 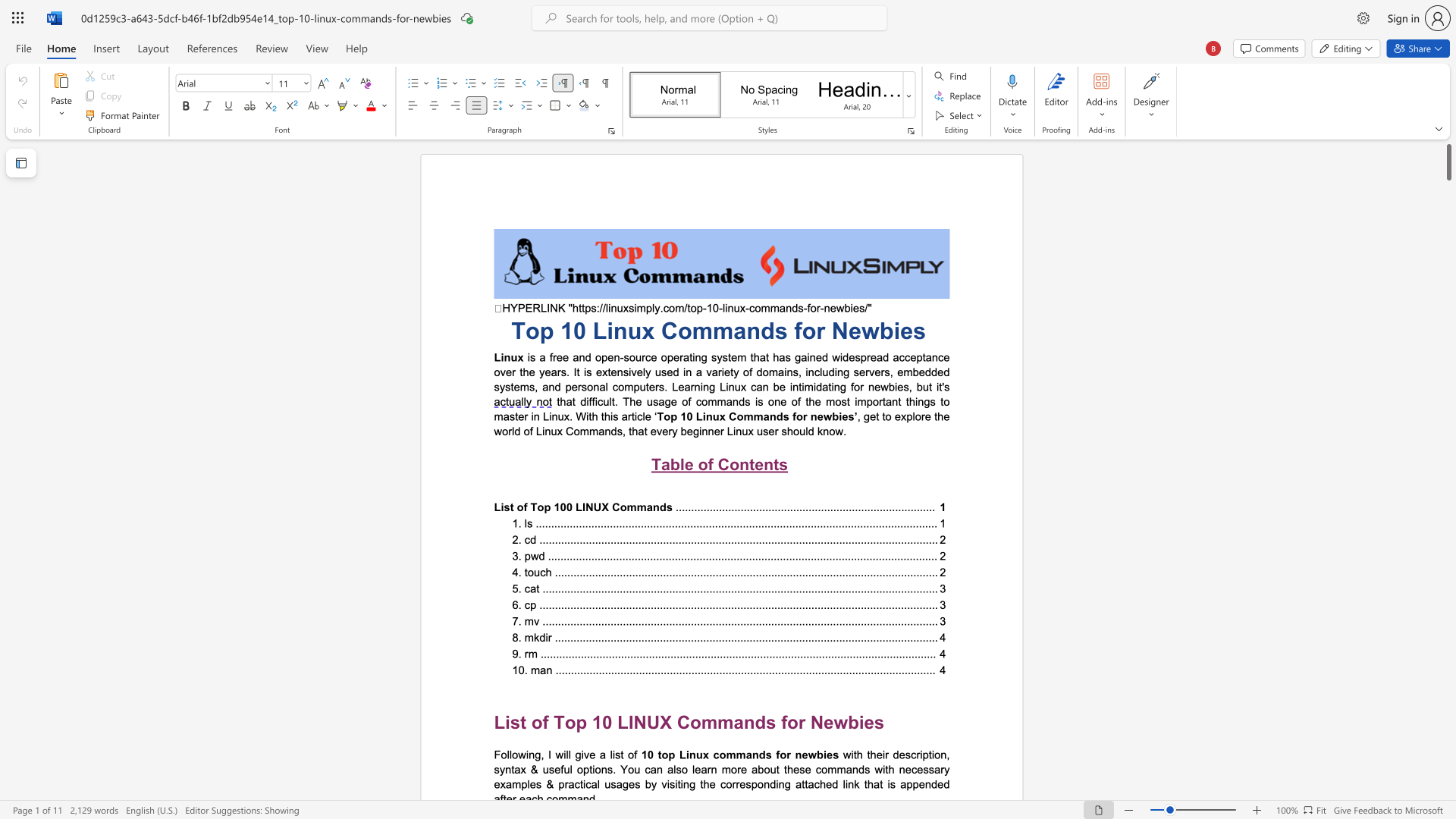 What do you see at coordinates (792, 416) in the screenshot?
I see `the subset text "for n" within the text "for newbies’"` at bounding box center [792, 416].